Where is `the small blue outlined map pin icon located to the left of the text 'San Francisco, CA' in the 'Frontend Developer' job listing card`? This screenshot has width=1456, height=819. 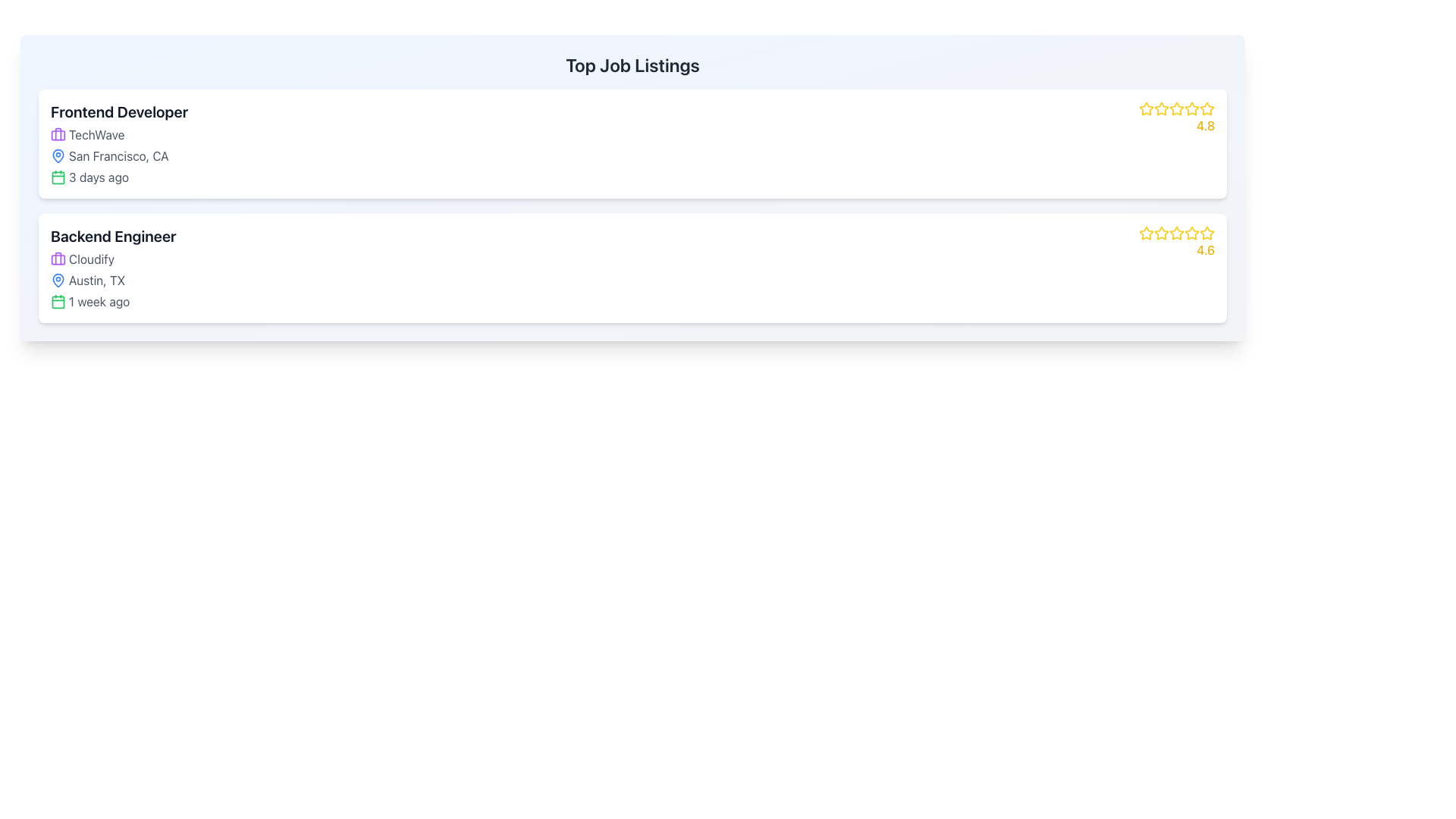
the small blue outlined map pin icon located to the left of the text 'San Francisco, CA' in the 'Frontend Developer' job listing card is located at coordinates (58, 155).